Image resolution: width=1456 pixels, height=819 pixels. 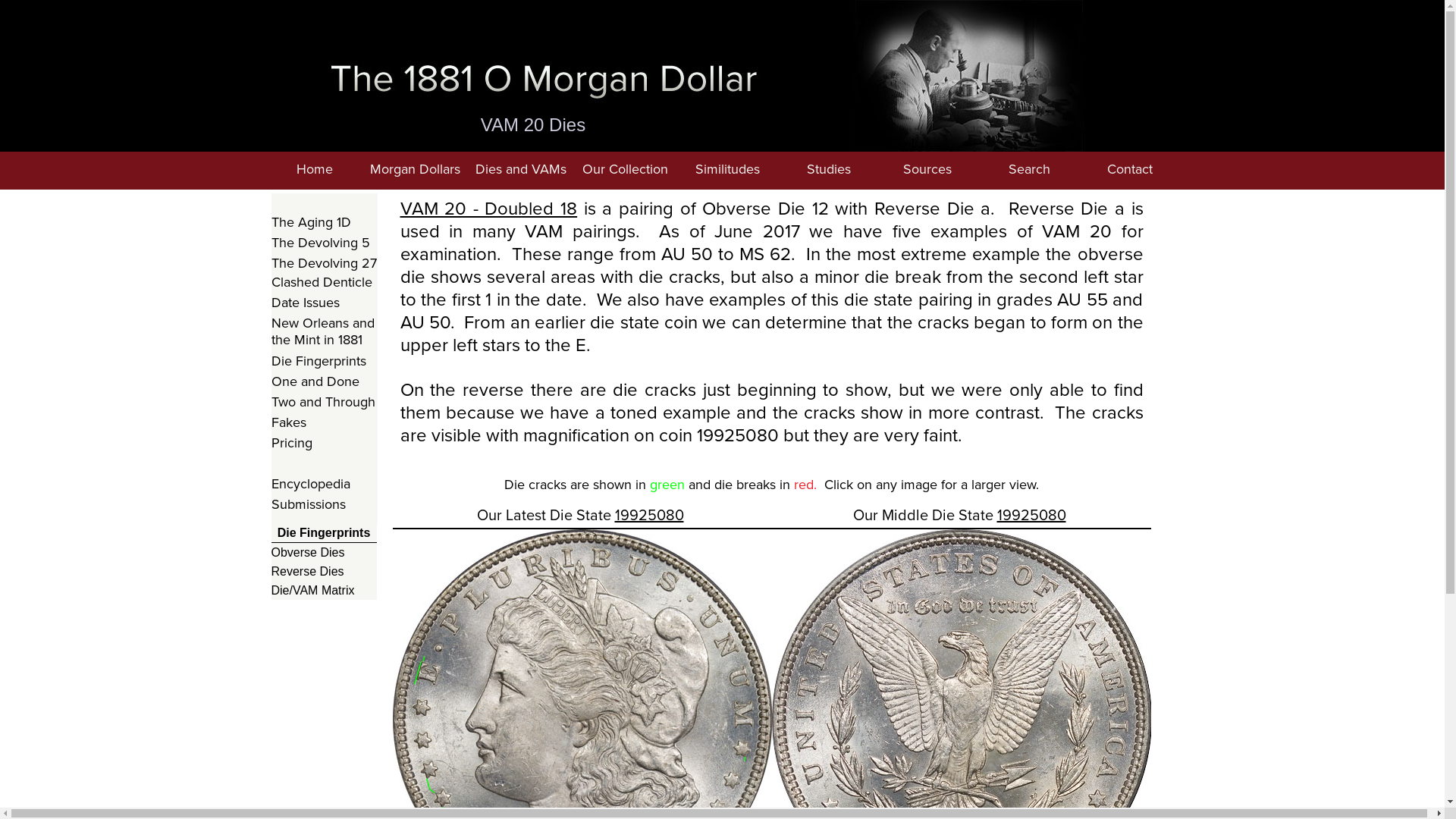 What do you see at coordinates (313, 170) in the screenshot?
I see `'Home'` at bounding box center [313, 170].